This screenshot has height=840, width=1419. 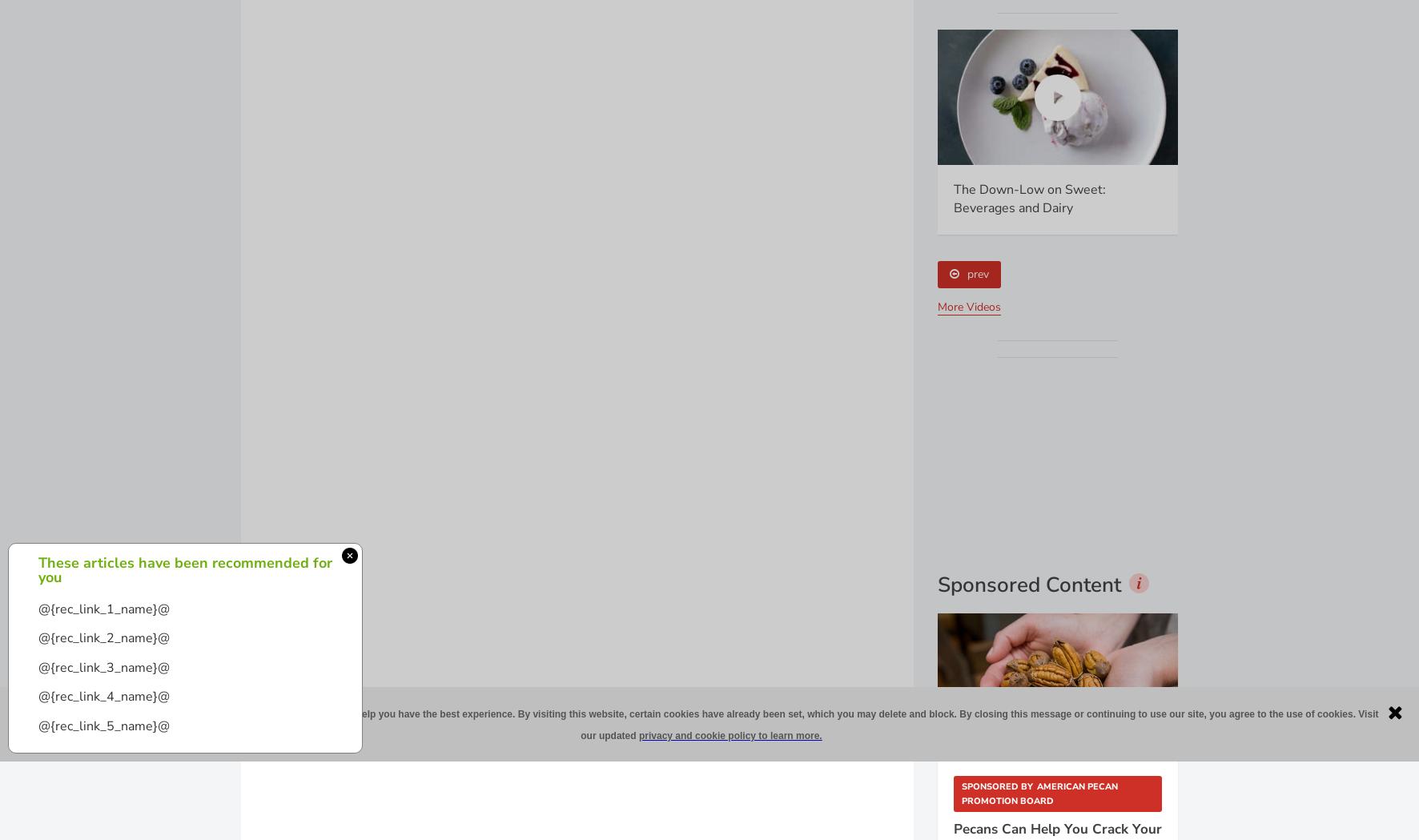 I want to click on 'Prepared Foods', so click(x=1027, y=450).